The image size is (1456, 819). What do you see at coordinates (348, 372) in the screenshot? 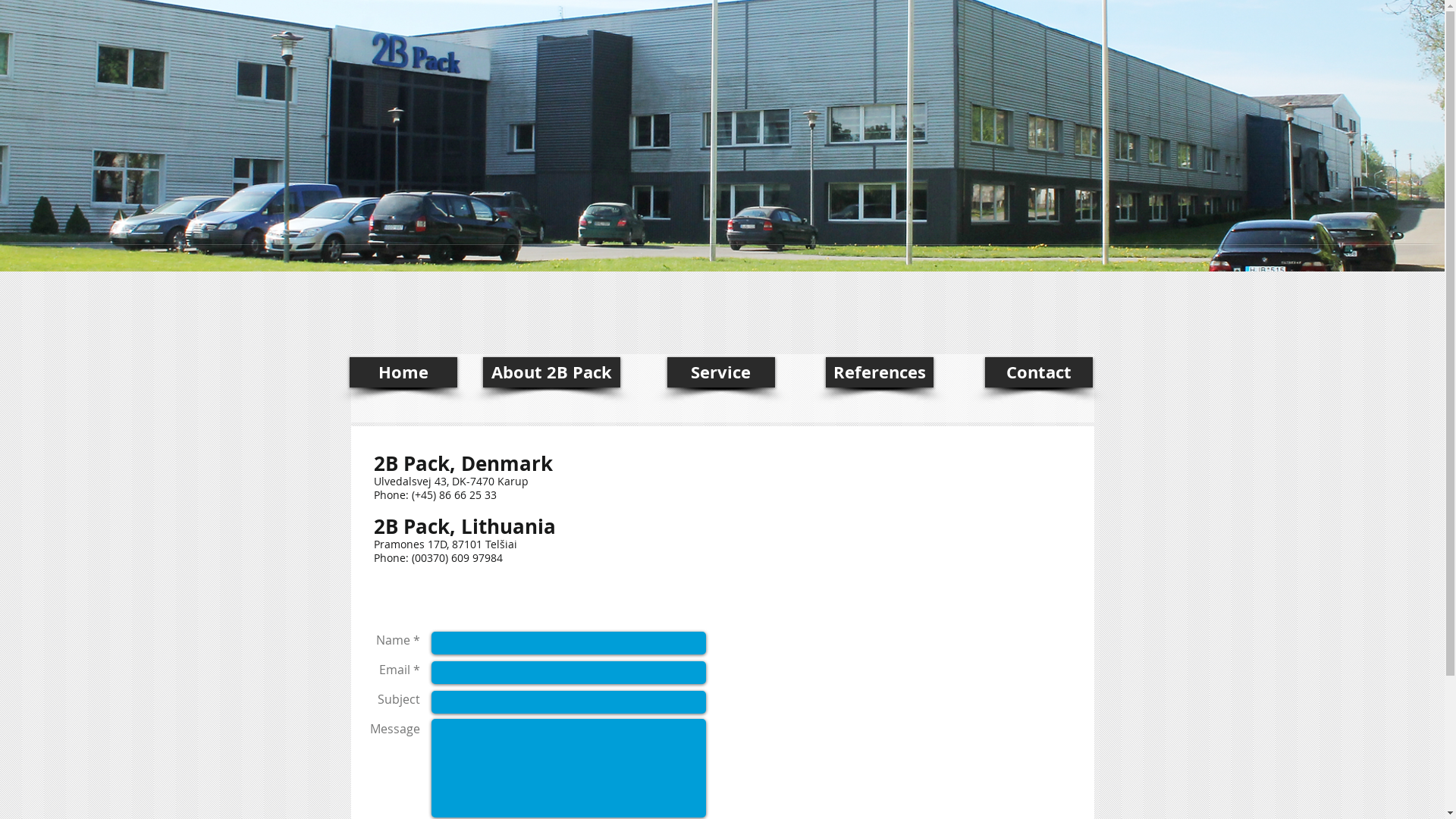
I see `'Home'` at bounding box center [348, 372].